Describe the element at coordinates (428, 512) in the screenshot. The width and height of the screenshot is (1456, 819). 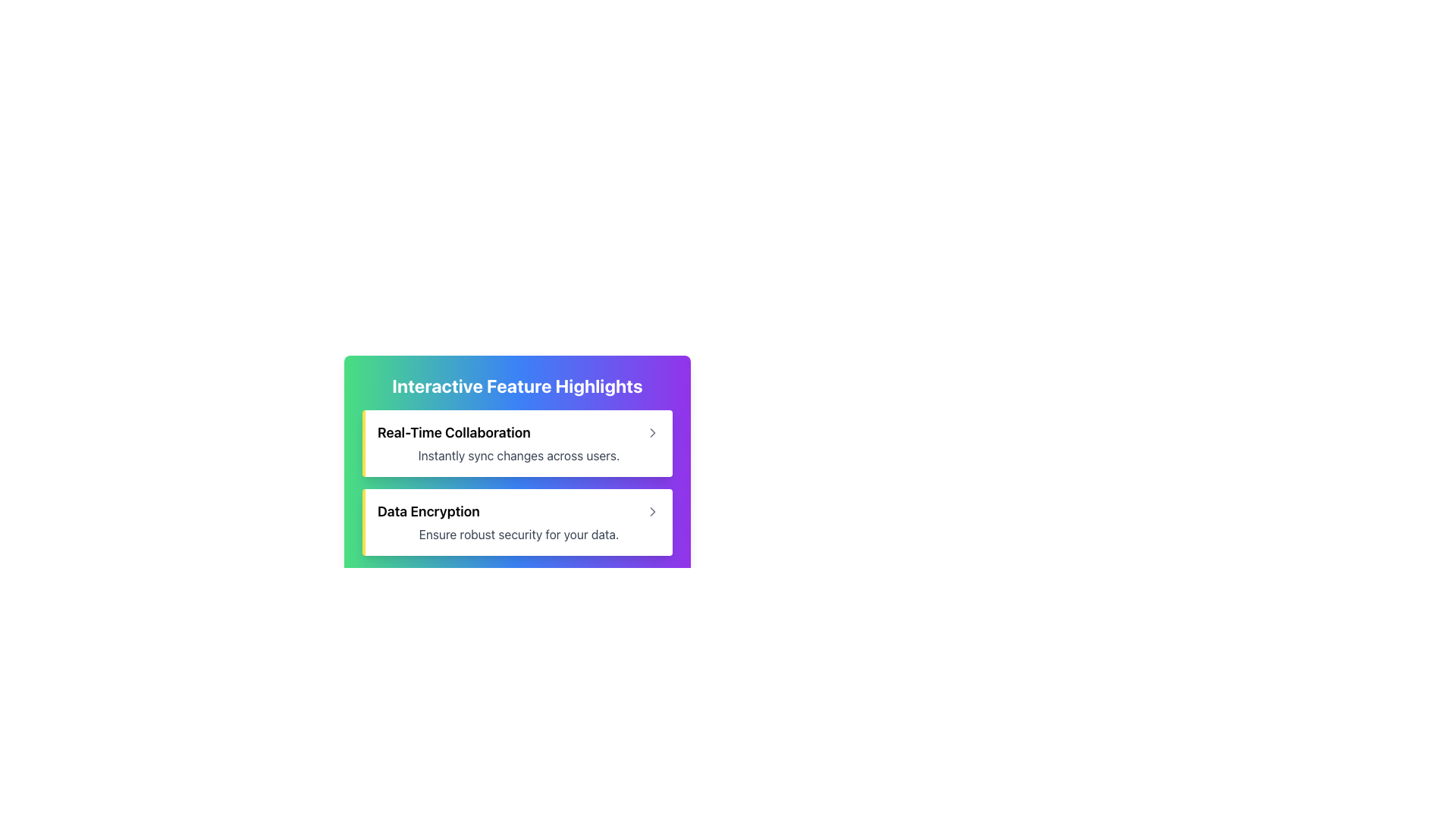
I see `the 'Data Encryption' text label which is styled in bold and large black font, located on a white rectangular background within a card-like layout` at that location.